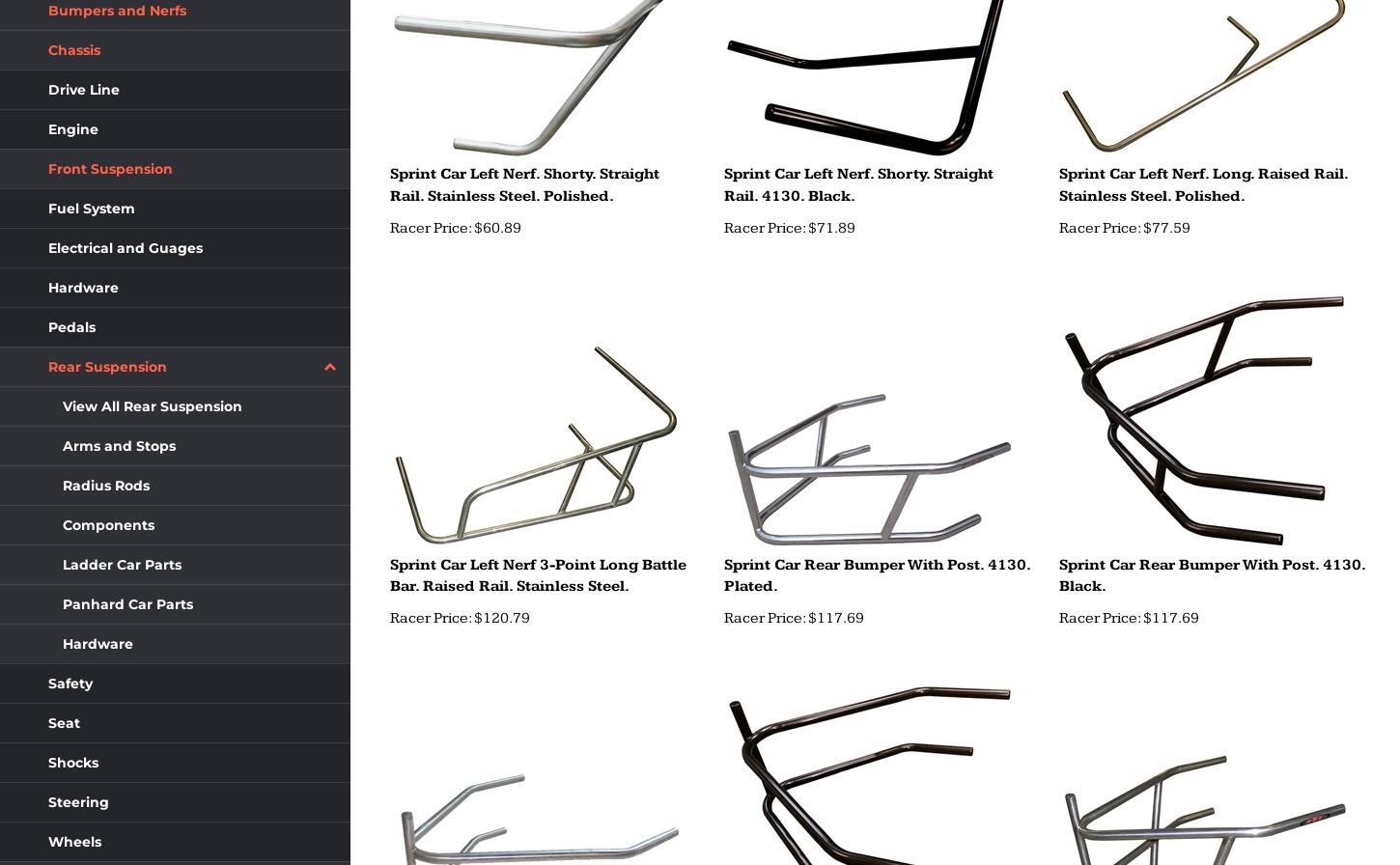  What do you see at coordinates (72, 129) in the screenshot?
I see `'Engine'` at bounding box center [72, 129].